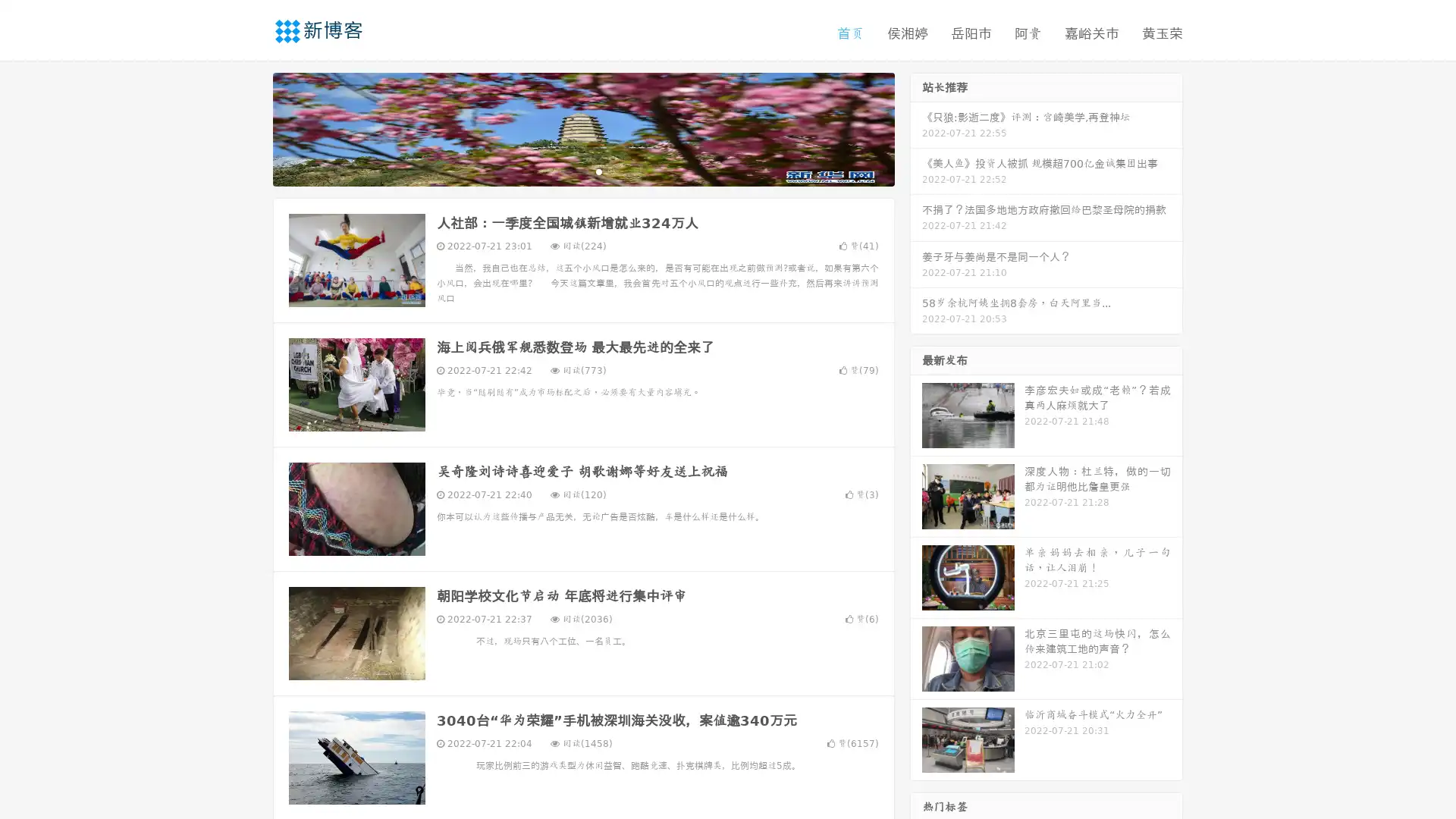  Describe the element at coordinates (582, 171) in the screenshot. I see `Go to slide 2` at that location.